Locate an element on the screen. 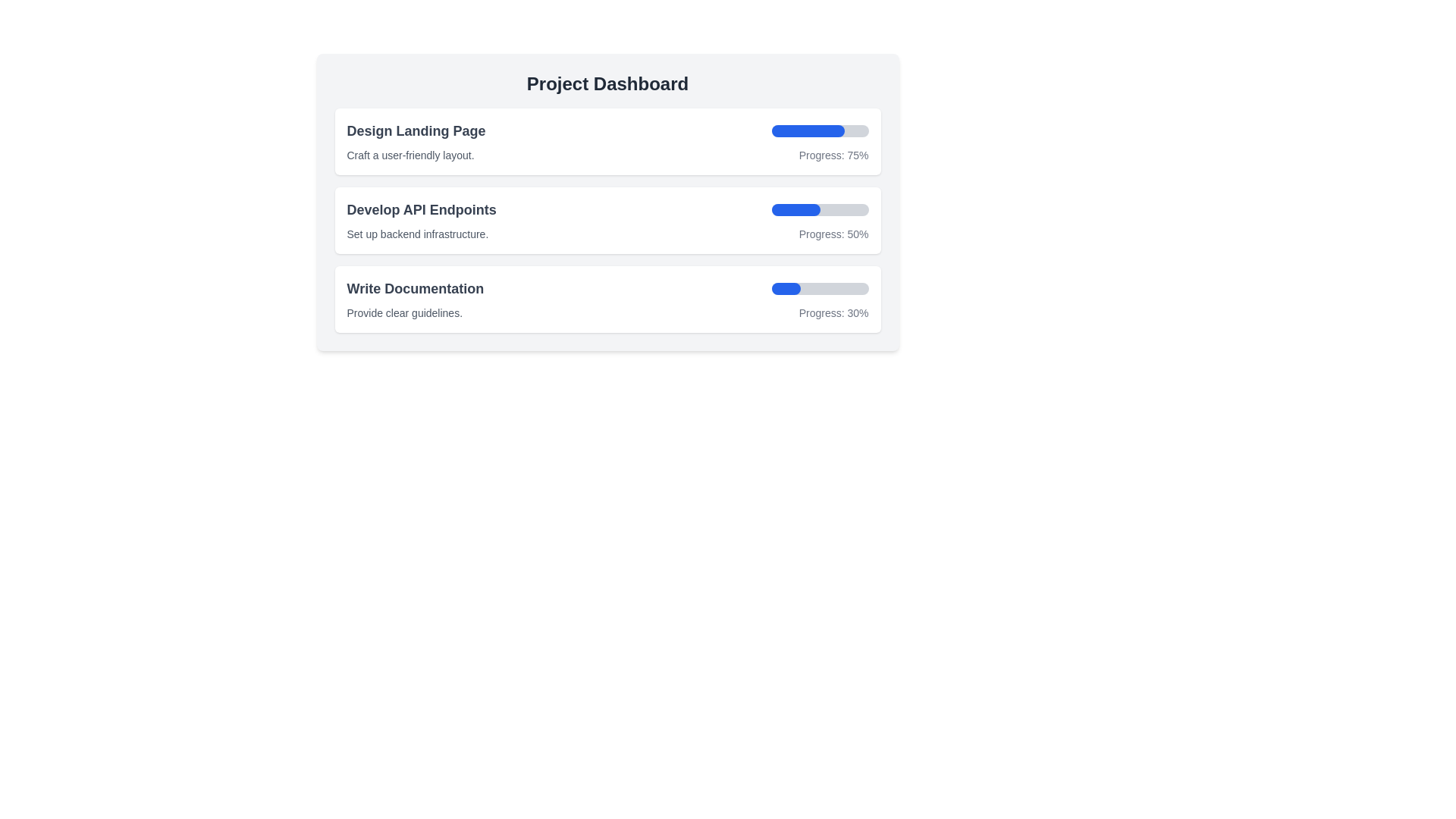 The height and width of the screenshot is (819, 1456). task details from the second Task Display Card located in the Project Dashboard, which is positioned below 'Design Landing Page' and above 'Write Documentation' is located at coordinates (607, 220).